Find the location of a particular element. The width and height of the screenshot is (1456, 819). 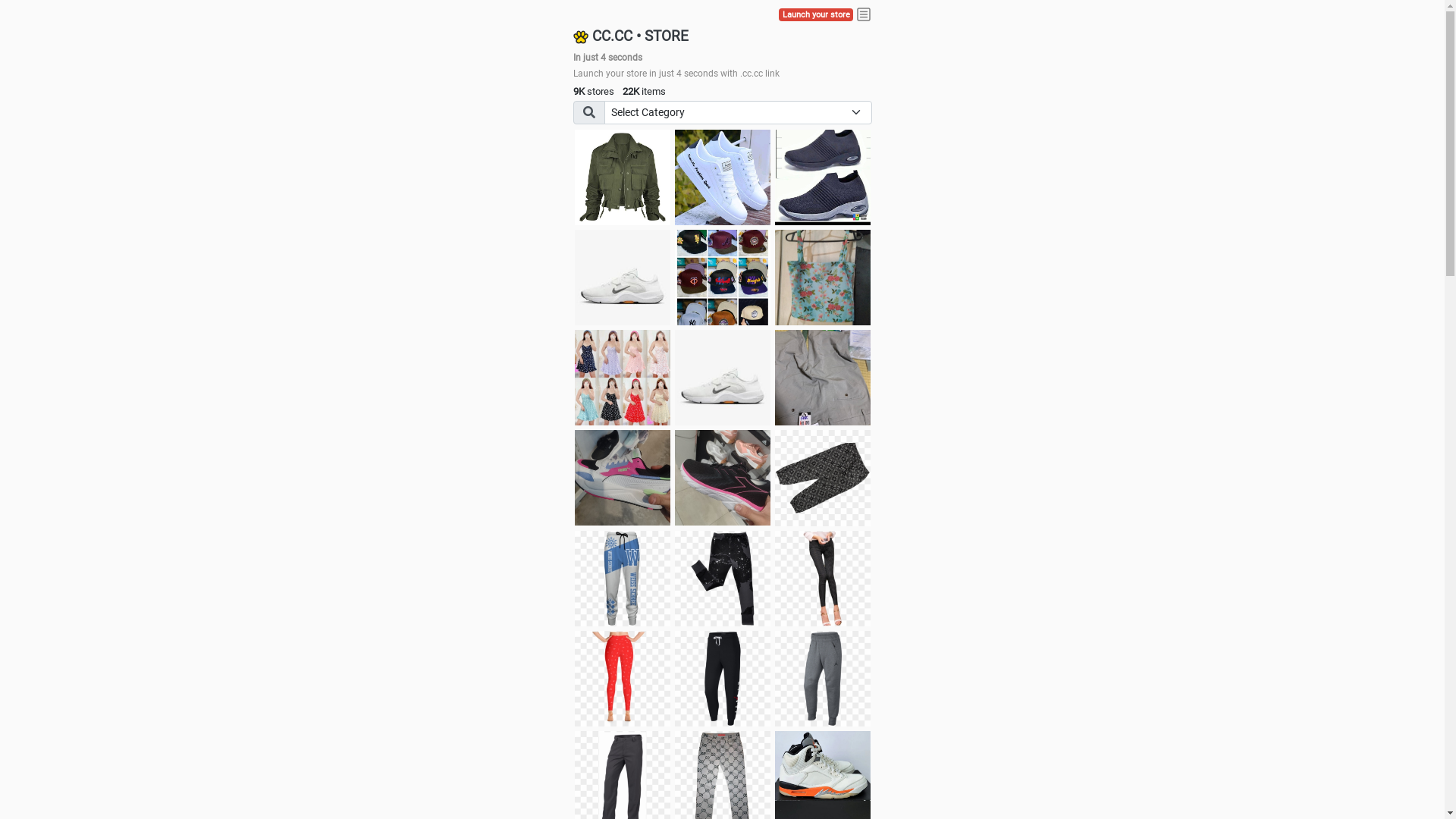

'Things we need' is located at coordinates (673, 278).